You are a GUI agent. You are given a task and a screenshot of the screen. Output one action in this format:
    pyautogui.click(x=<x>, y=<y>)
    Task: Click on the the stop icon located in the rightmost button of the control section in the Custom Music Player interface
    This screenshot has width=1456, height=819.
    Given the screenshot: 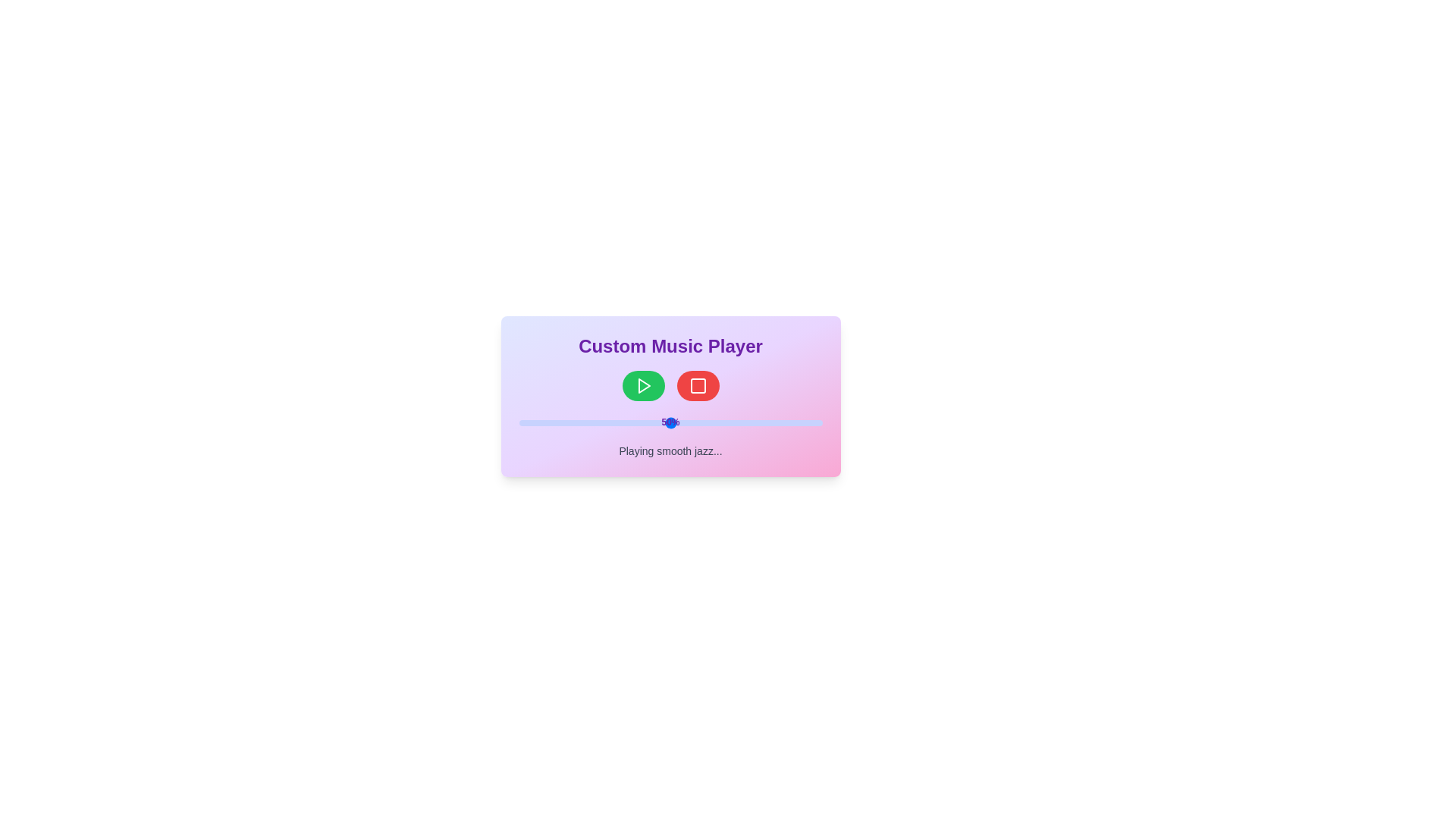 What is the action you would take?
    pyautogui.click(x=697, y=385)
    